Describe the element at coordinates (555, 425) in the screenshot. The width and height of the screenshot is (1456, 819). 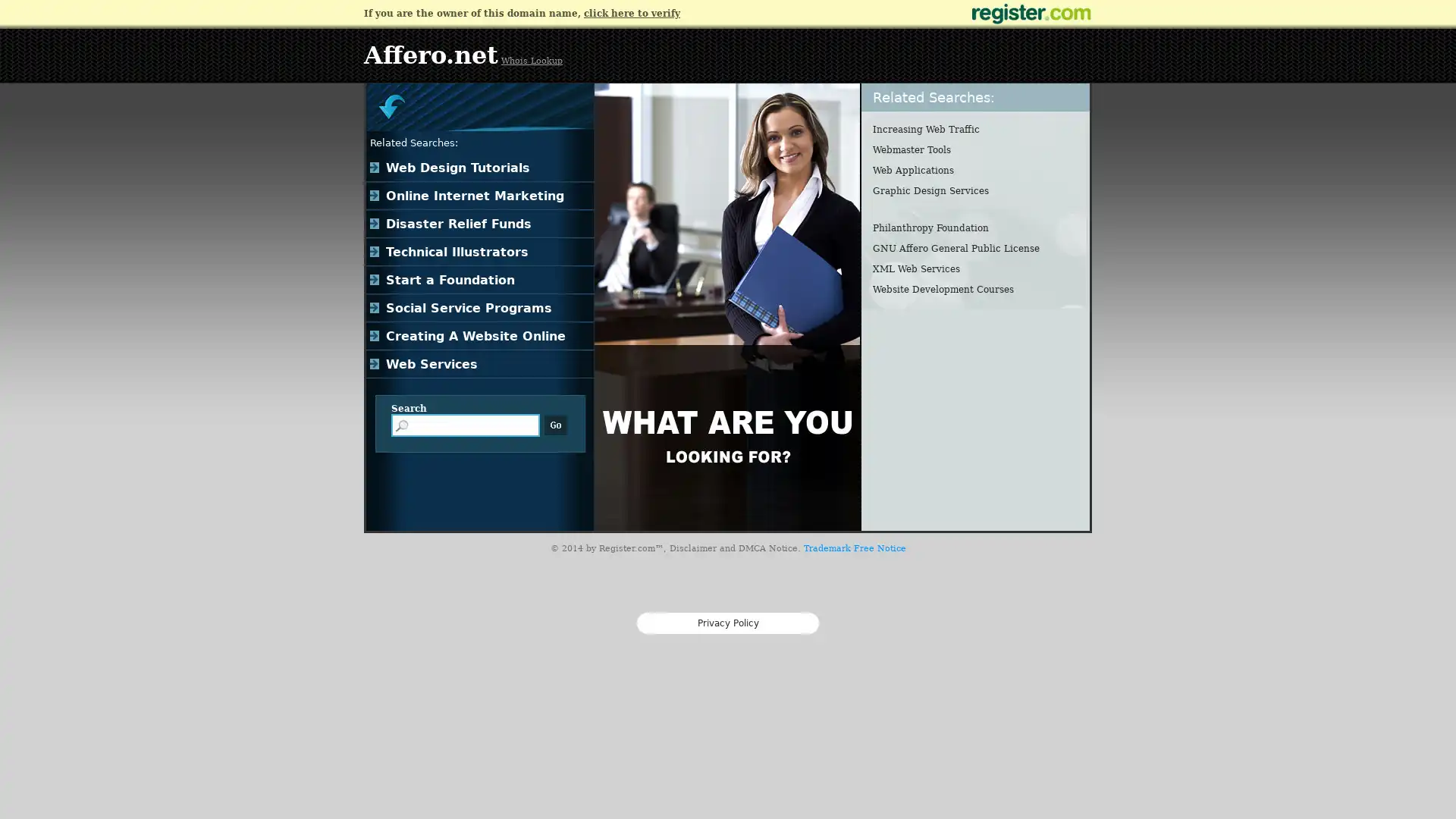
I see `Go` at that location.